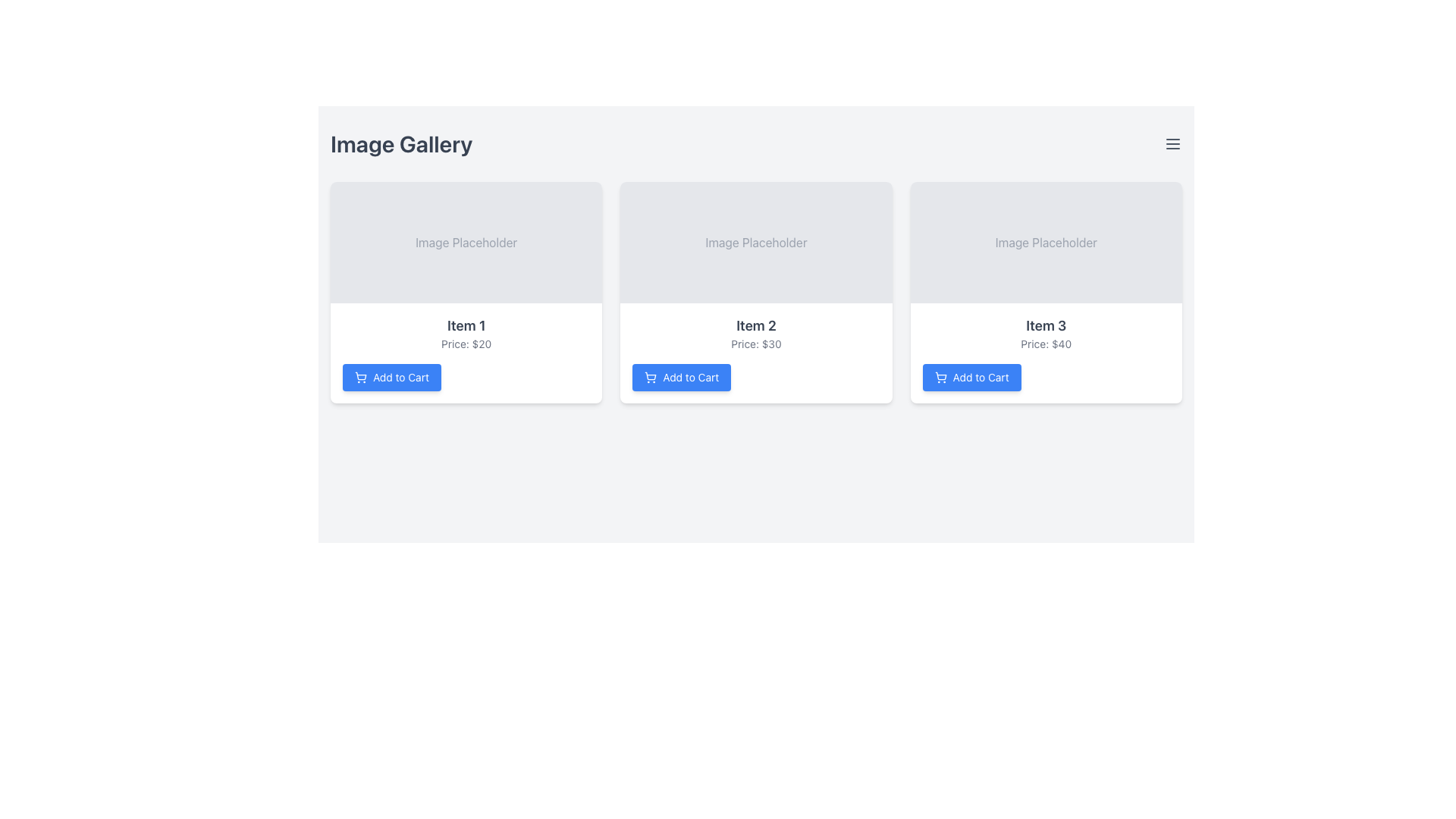 This screenshot has width=1456, height=819. I want to click on the second product card in the gallery, so click(756, 353).